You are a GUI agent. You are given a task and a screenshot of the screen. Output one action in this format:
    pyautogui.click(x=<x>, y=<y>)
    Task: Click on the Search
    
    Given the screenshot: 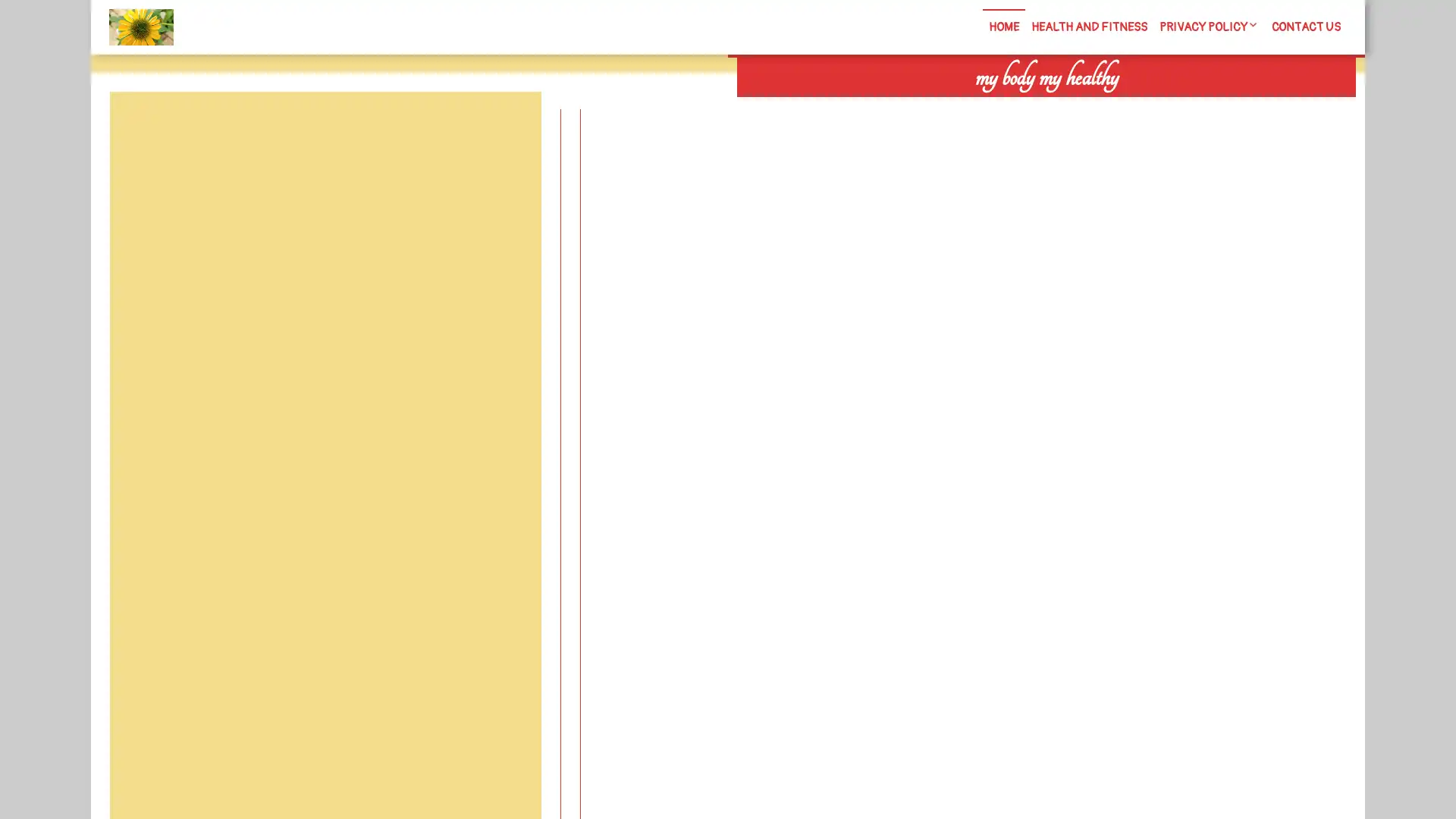 What is the action you would take?
    pyautogui.click(x=1181, y=106)
    